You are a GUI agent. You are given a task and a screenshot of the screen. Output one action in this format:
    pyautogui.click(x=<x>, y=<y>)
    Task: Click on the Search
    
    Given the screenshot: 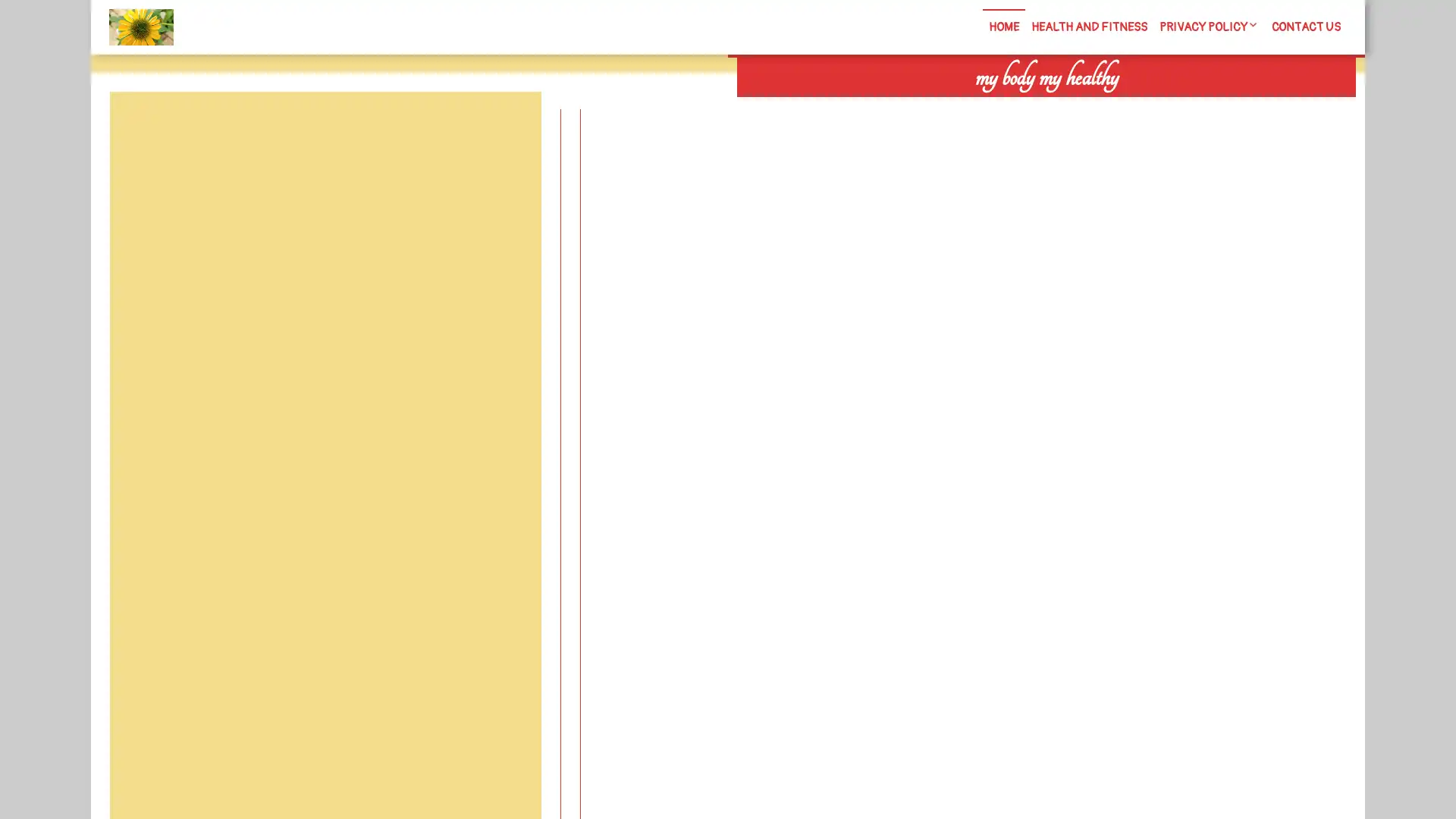 What is the action you would take?
    pyautogui.click(x=1181, y=106)
    